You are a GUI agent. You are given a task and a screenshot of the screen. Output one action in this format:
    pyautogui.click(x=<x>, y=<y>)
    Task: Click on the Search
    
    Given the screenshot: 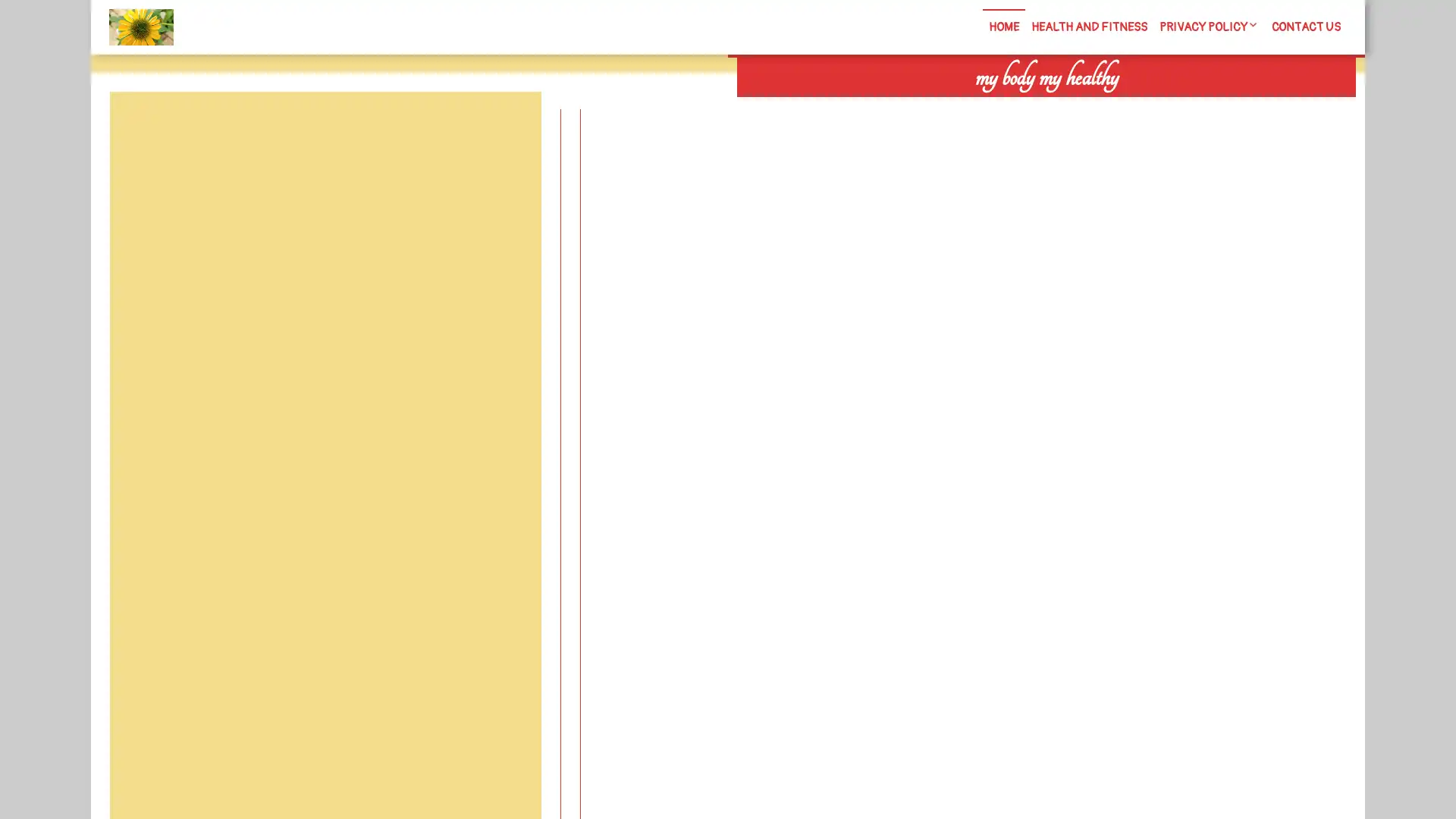 What is the action you would take?
    pyautogui.click(x=1181, y=106)
    